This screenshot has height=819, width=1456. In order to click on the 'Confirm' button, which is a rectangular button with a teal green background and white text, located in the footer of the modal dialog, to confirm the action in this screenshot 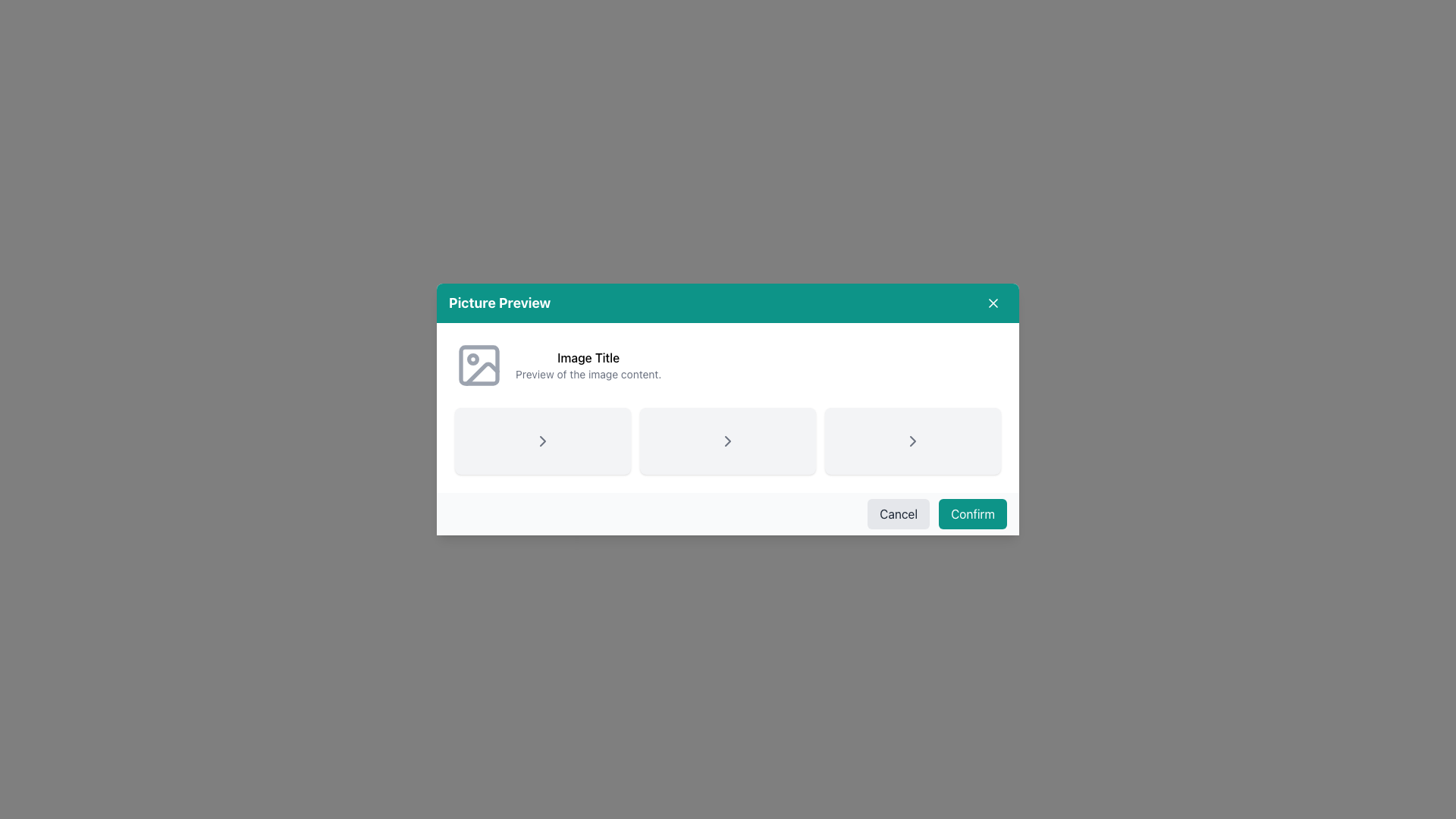, I will do `click(972, 513)`.